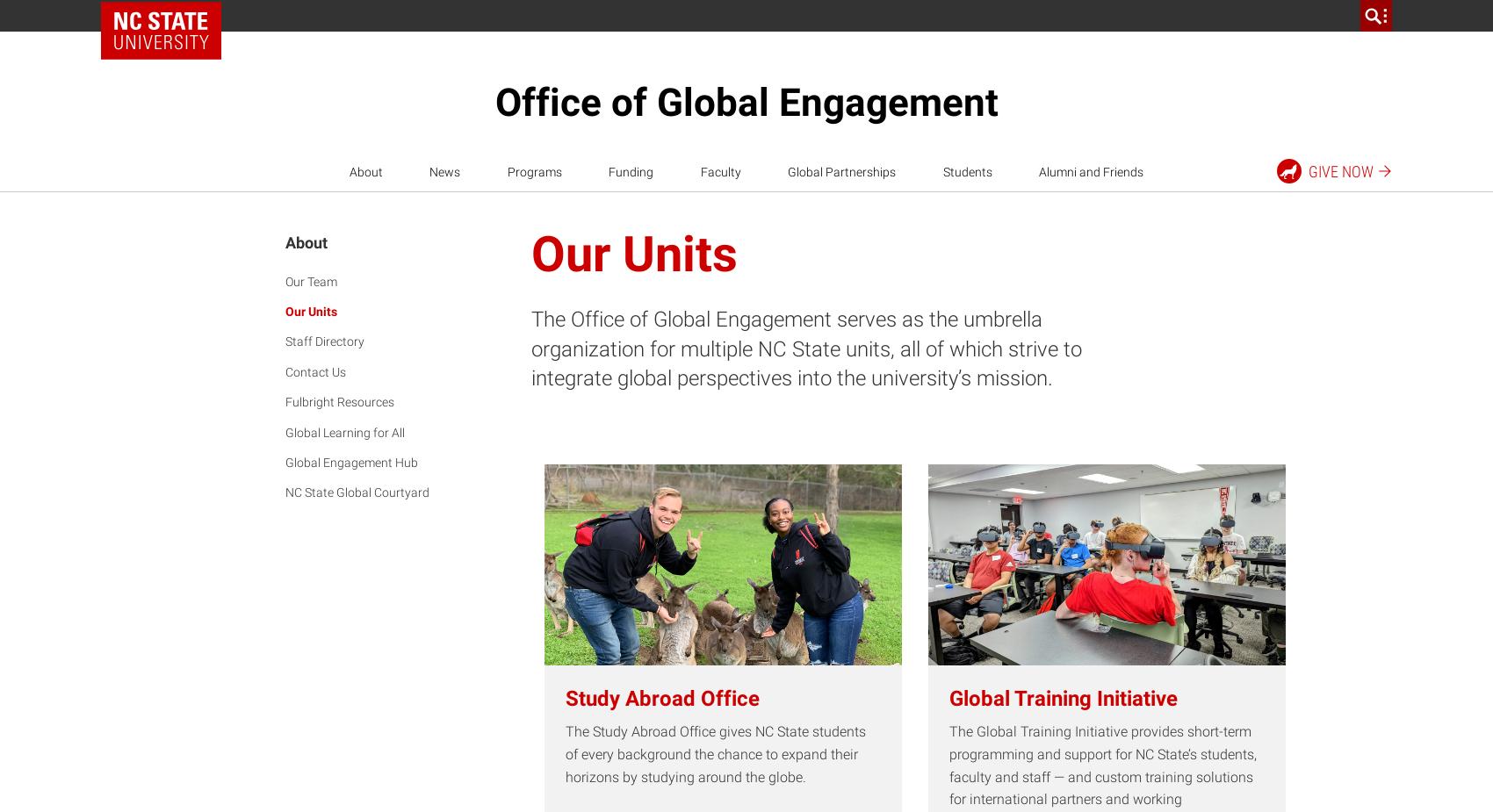  I want to click on 'Our Team', so click(310, 279).